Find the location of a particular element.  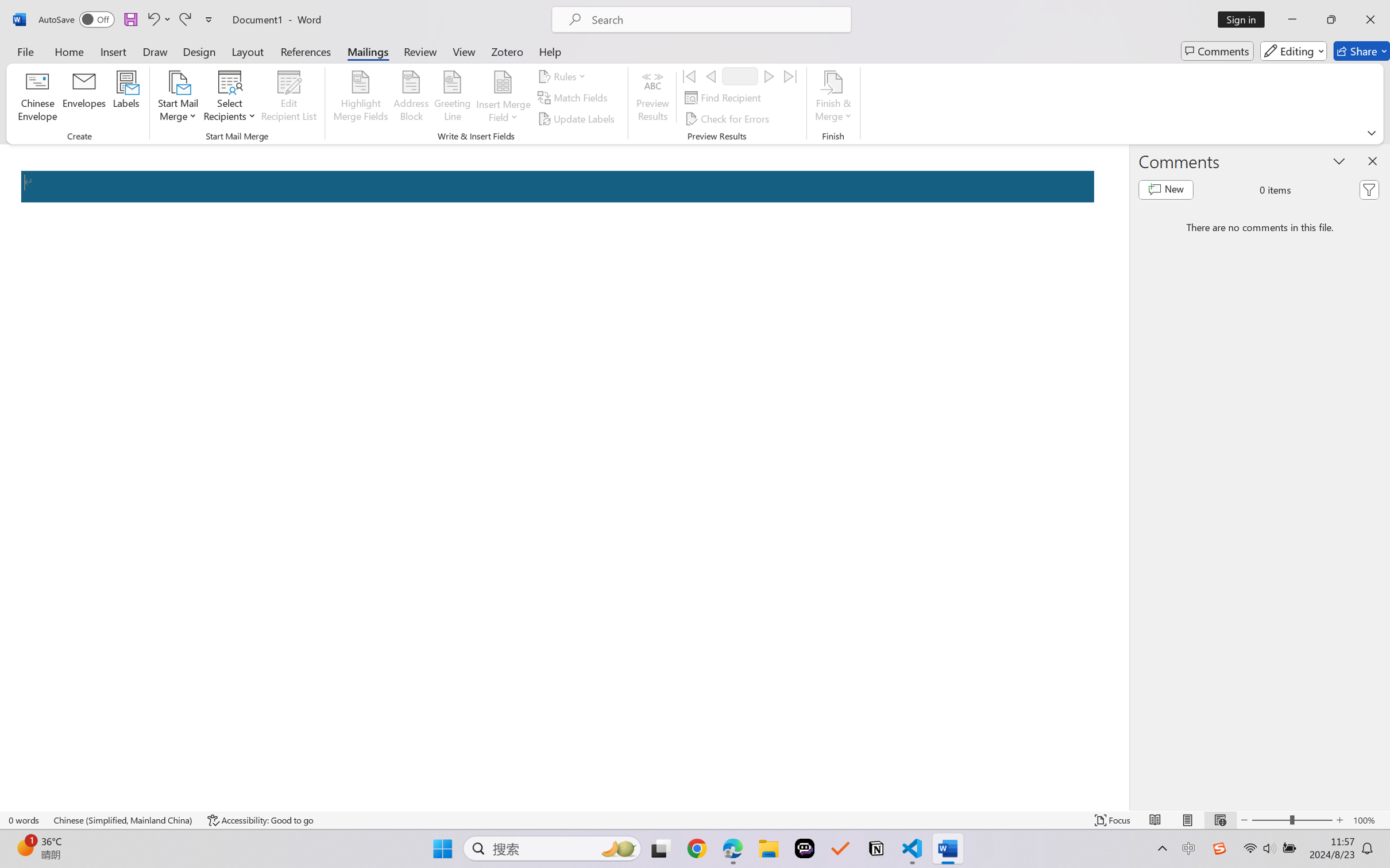

'New comment' is located at coordinates (1165, 190).